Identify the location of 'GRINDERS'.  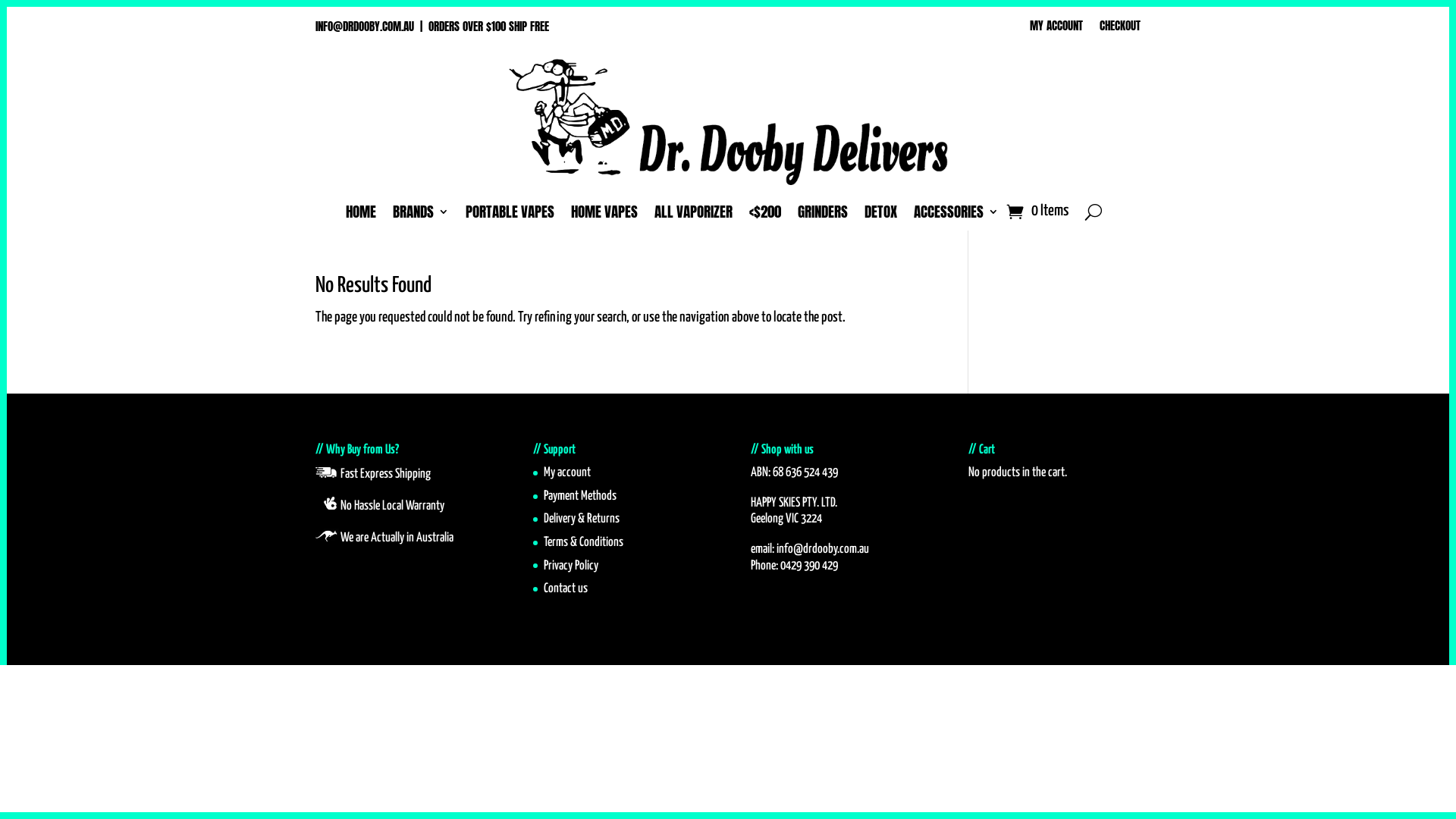
(821, 214).